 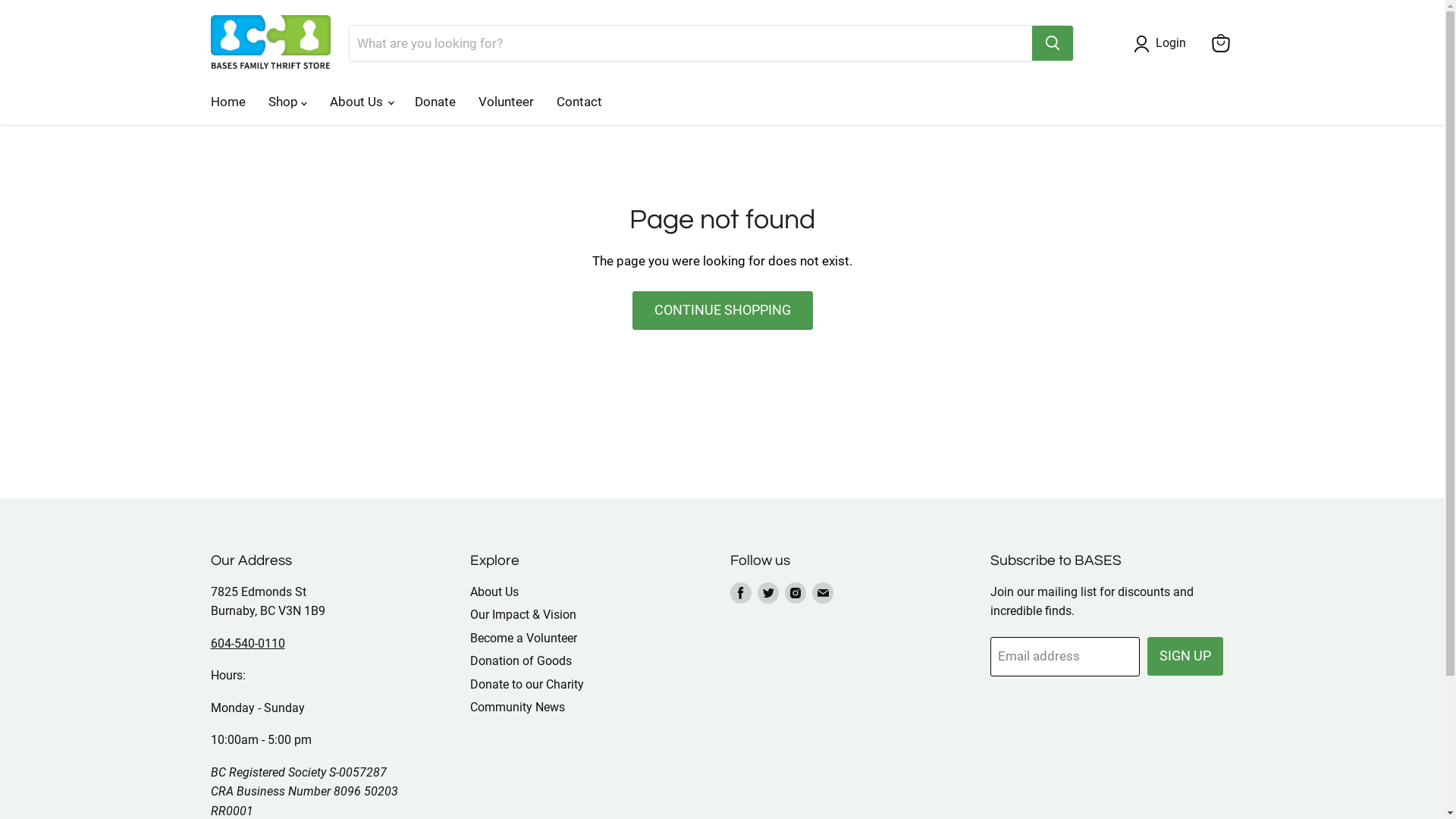 What do you see at coordinates (741, 592) in the screenshot?
I see `'Find us on Facebook'` at bounding box center [741, 592].